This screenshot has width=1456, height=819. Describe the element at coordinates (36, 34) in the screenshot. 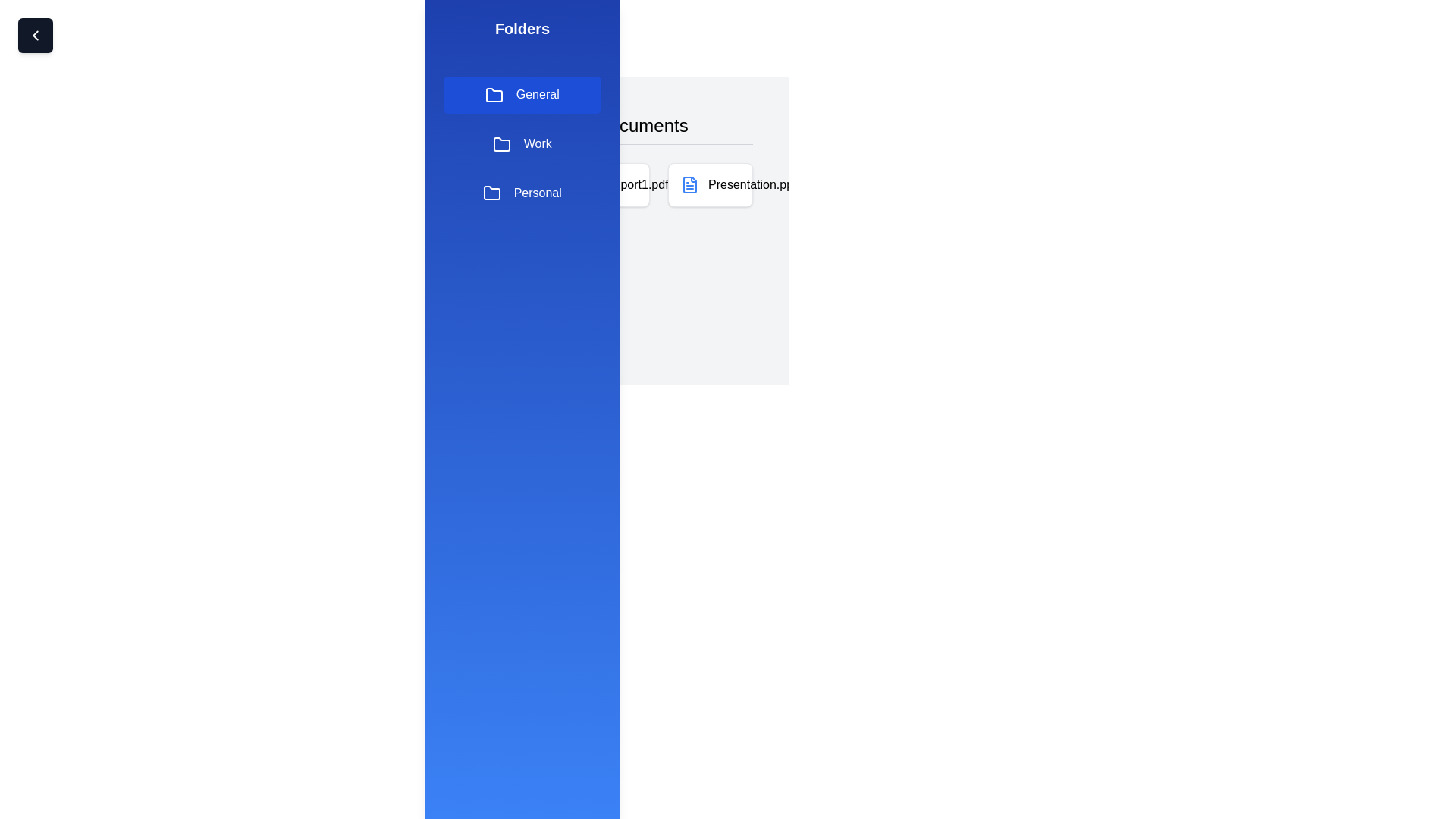

I see `the left-pointing chevron arrow icon, which serves as a back button` at that location.